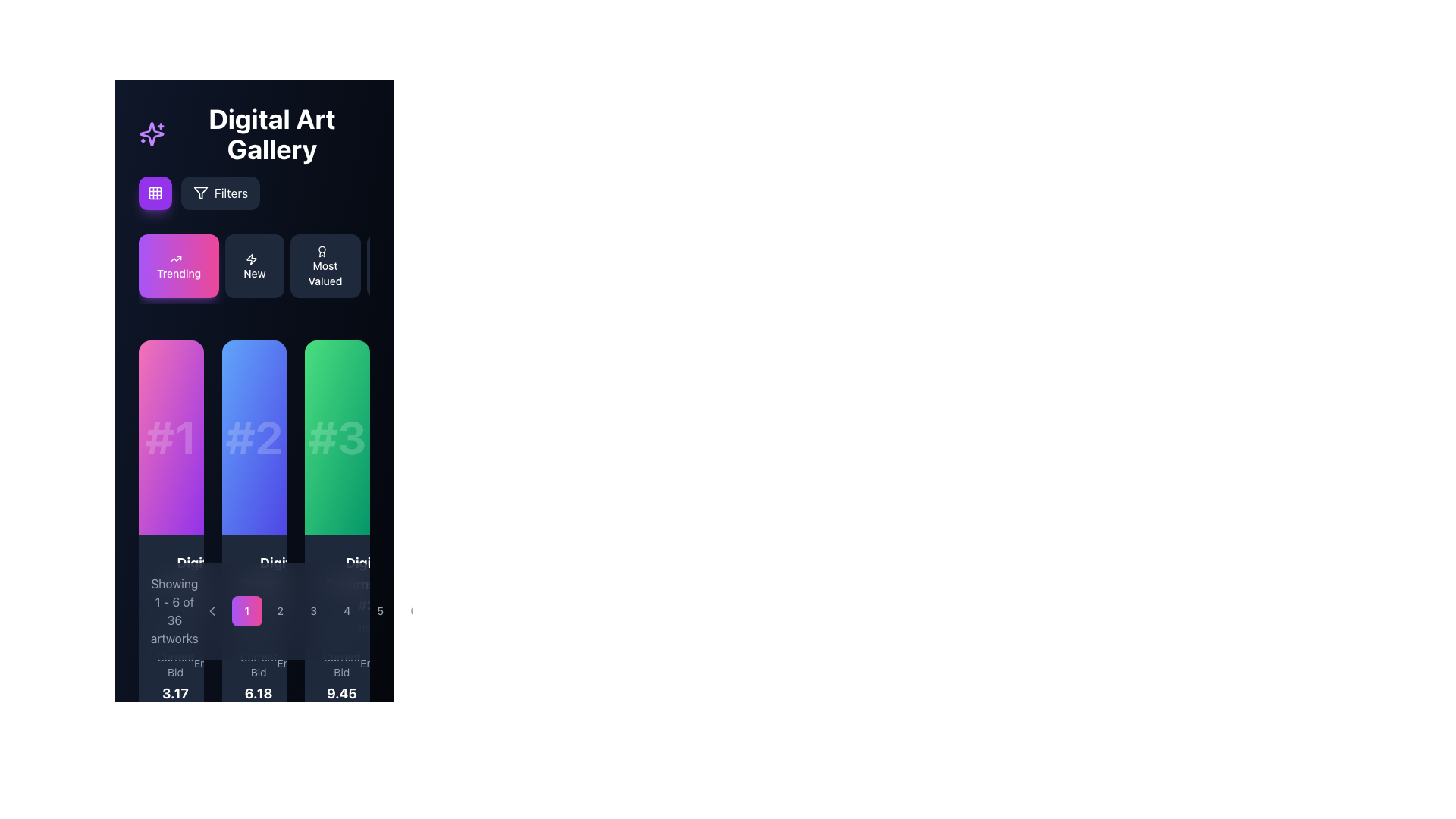 The width and height of the screenshot is (1456, 819). I want to click on the funnel-shaped icon on the left side of the 'Filters' button, so click(199, 192).